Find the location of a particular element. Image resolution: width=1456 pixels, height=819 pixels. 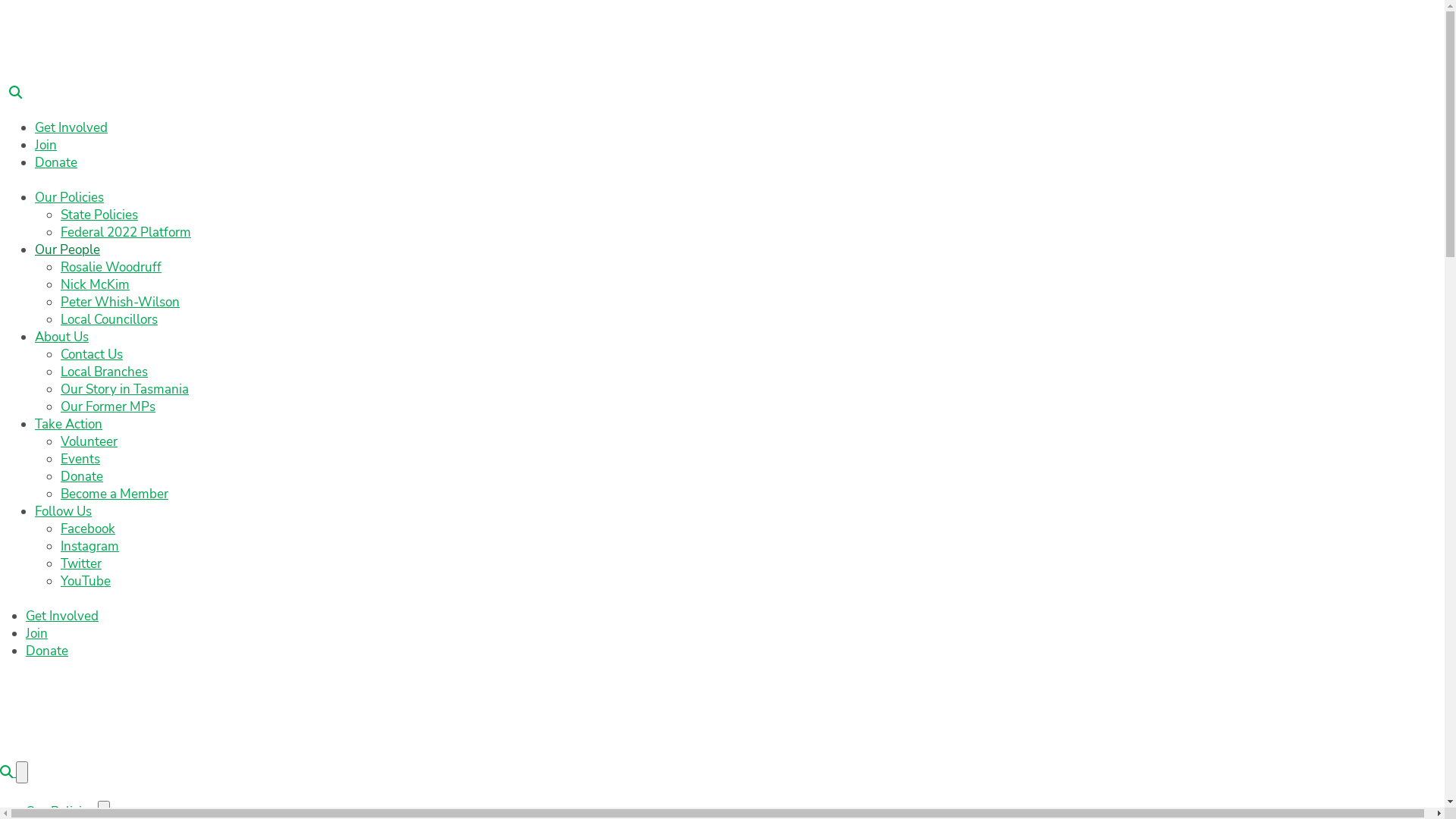

'Skip to main content' is located at coordinates (0, 0).